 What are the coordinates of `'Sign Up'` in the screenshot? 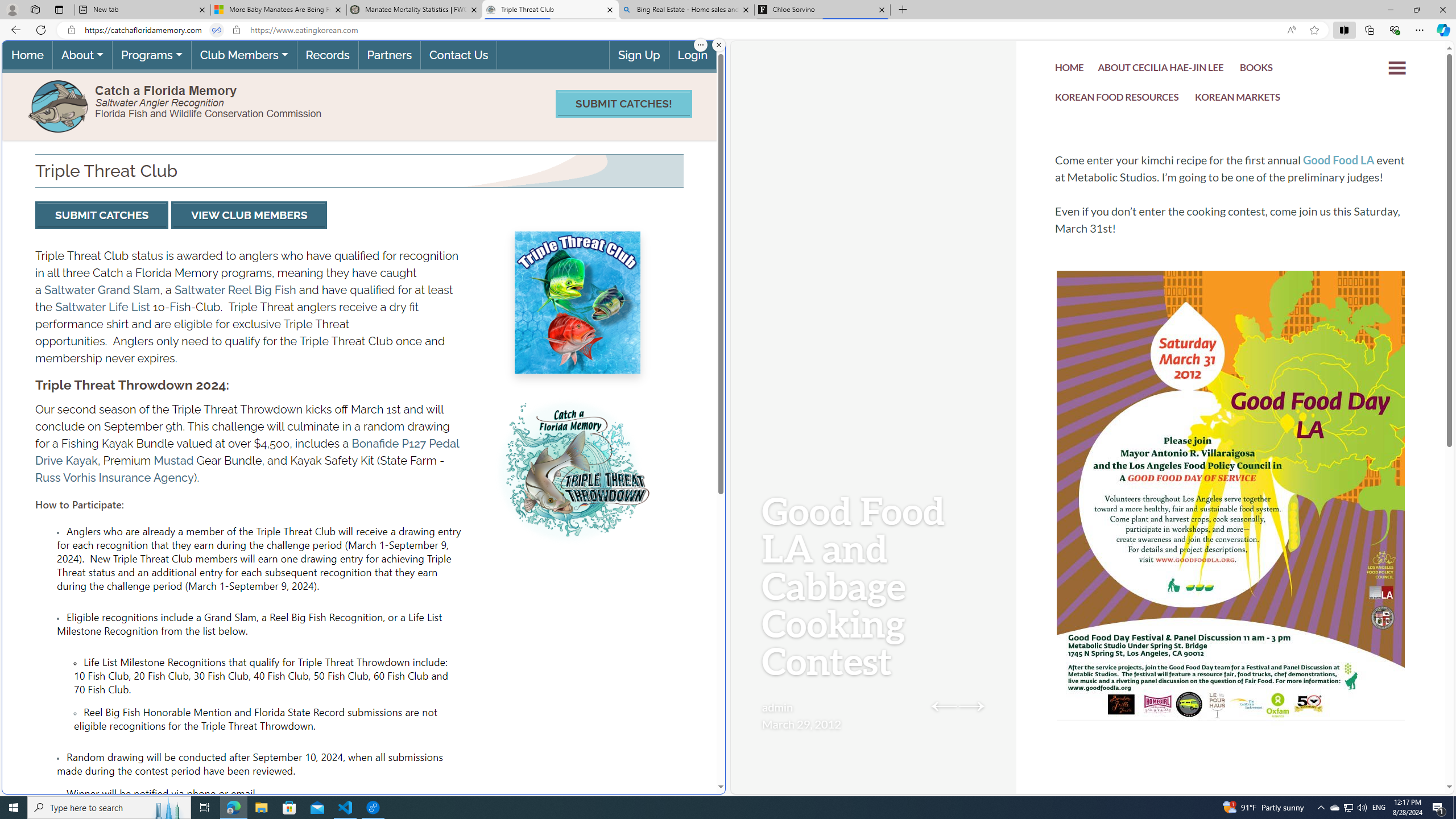 It's located at (638, 55).